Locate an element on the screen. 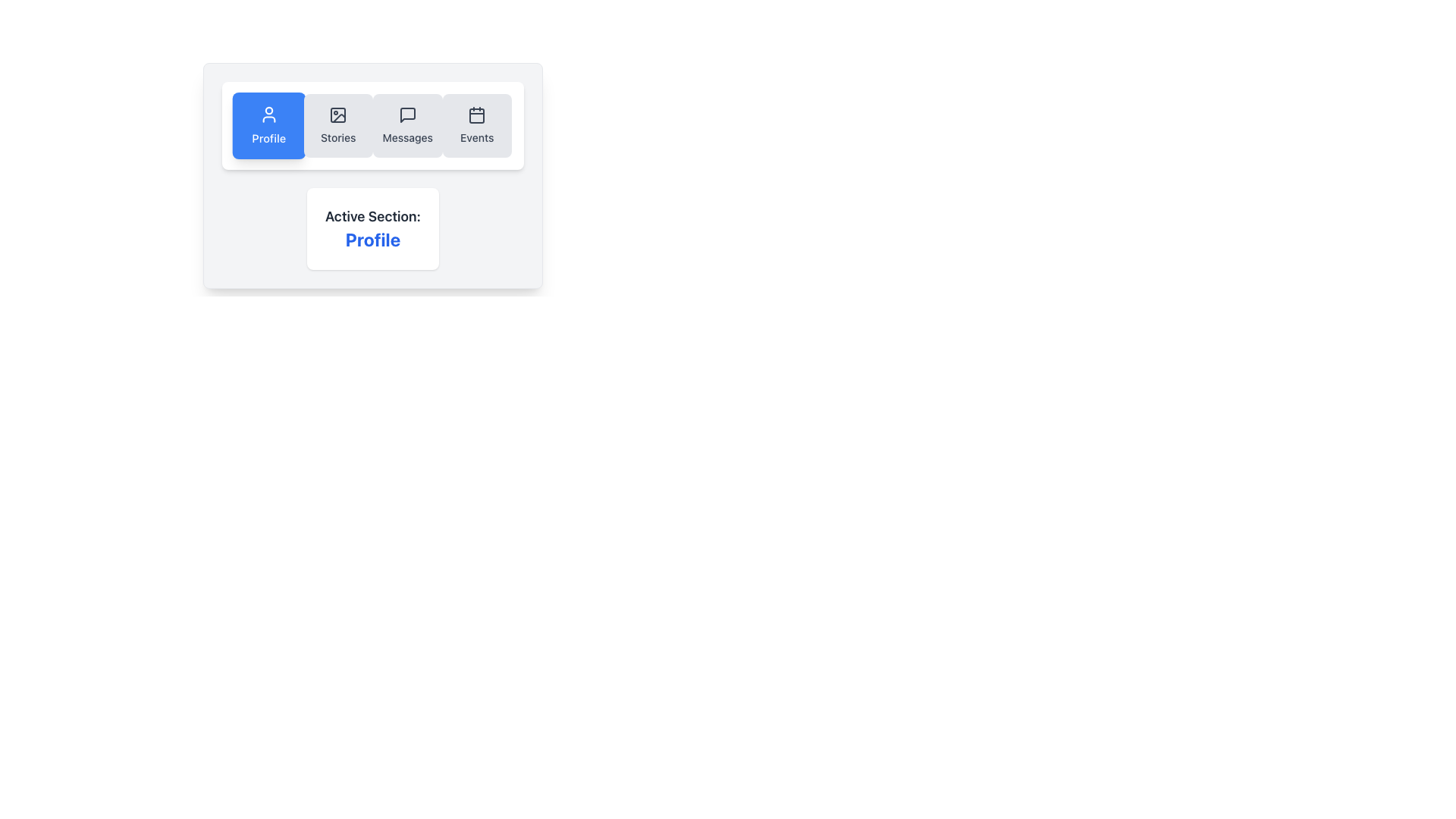  the 'Profile' button, which is a blue rectangular tile with white text and a user profile icon is located at coordinates (268, 124).